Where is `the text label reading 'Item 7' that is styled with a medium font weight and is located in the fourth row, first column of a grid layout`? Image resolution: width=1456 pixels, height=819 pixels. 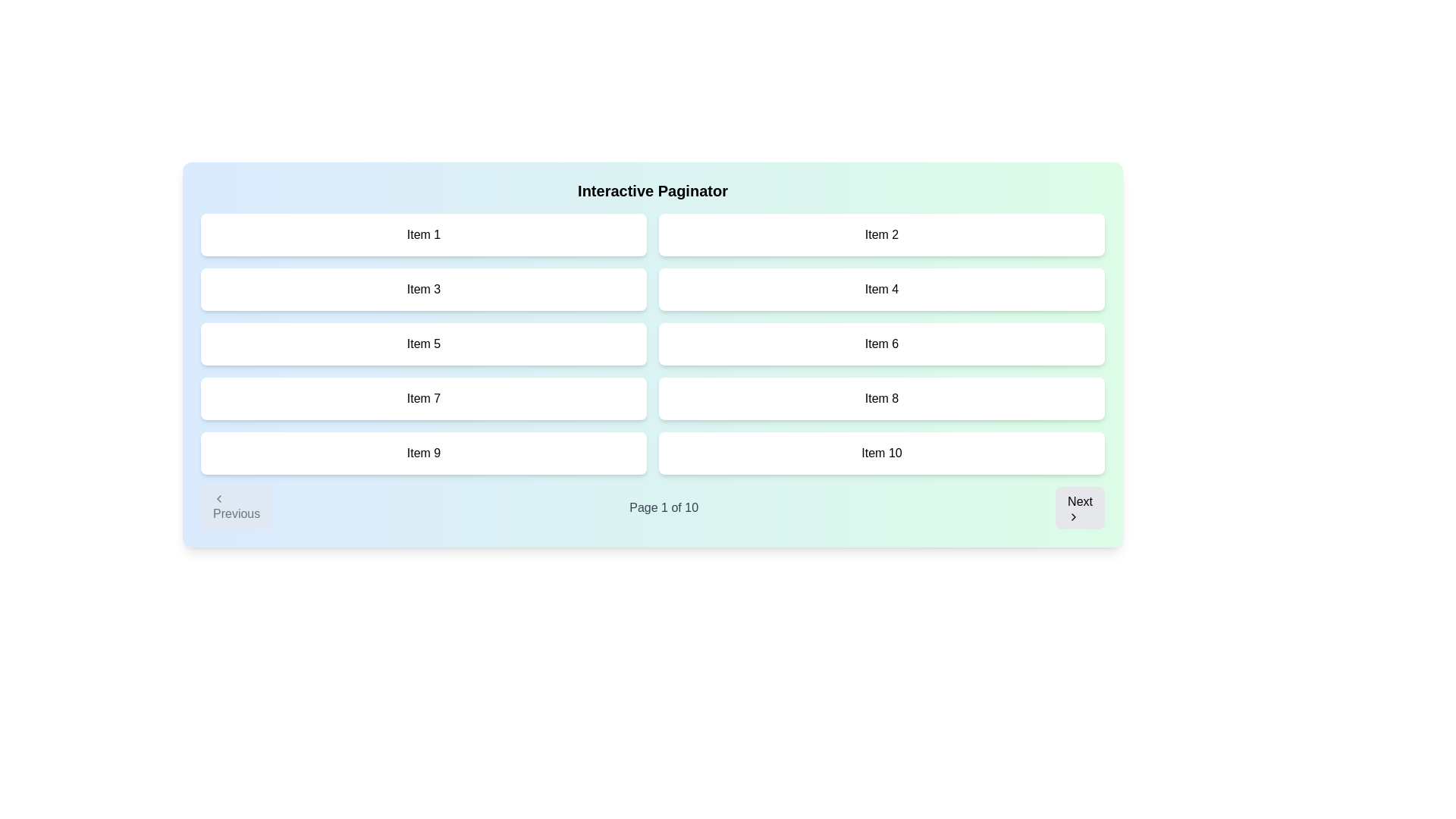 the text label reading 'Item 7' that is styled with a medium font weight and is located in the fourth row, first column of a grid layout is located at coordinates (423, 397).